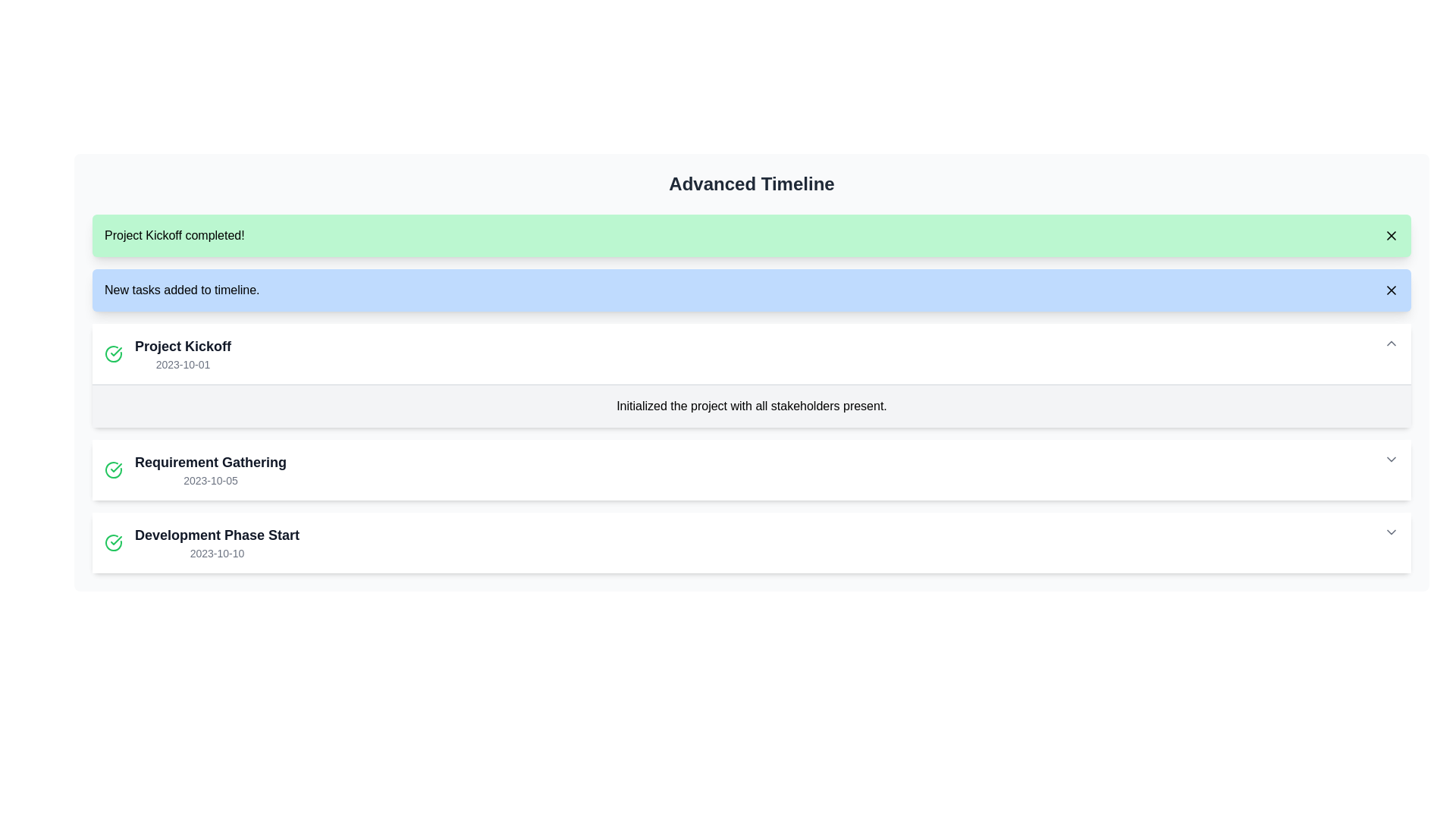 The width and height of the screenshot is (1456, 819). What do you see at coordinates (182, 346) in the screenshot?
I see `the text element displaying 'Project Kickoff', which is styled prominently as a heading in a bold, larger font near the top of a task card` at bounding box center [182, 346].